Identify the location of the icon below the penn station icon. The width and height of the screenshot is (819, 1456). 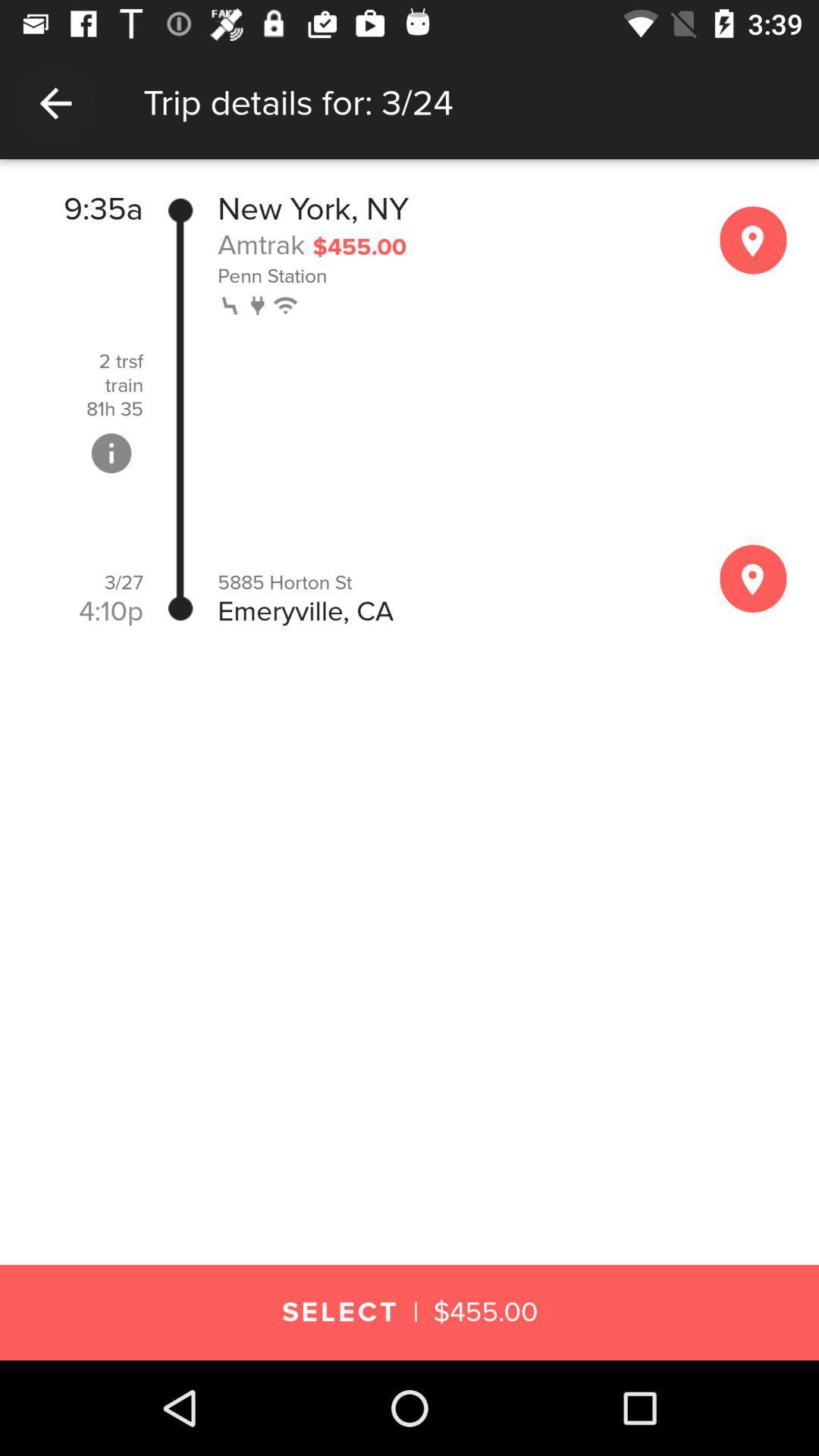
(231, 303).